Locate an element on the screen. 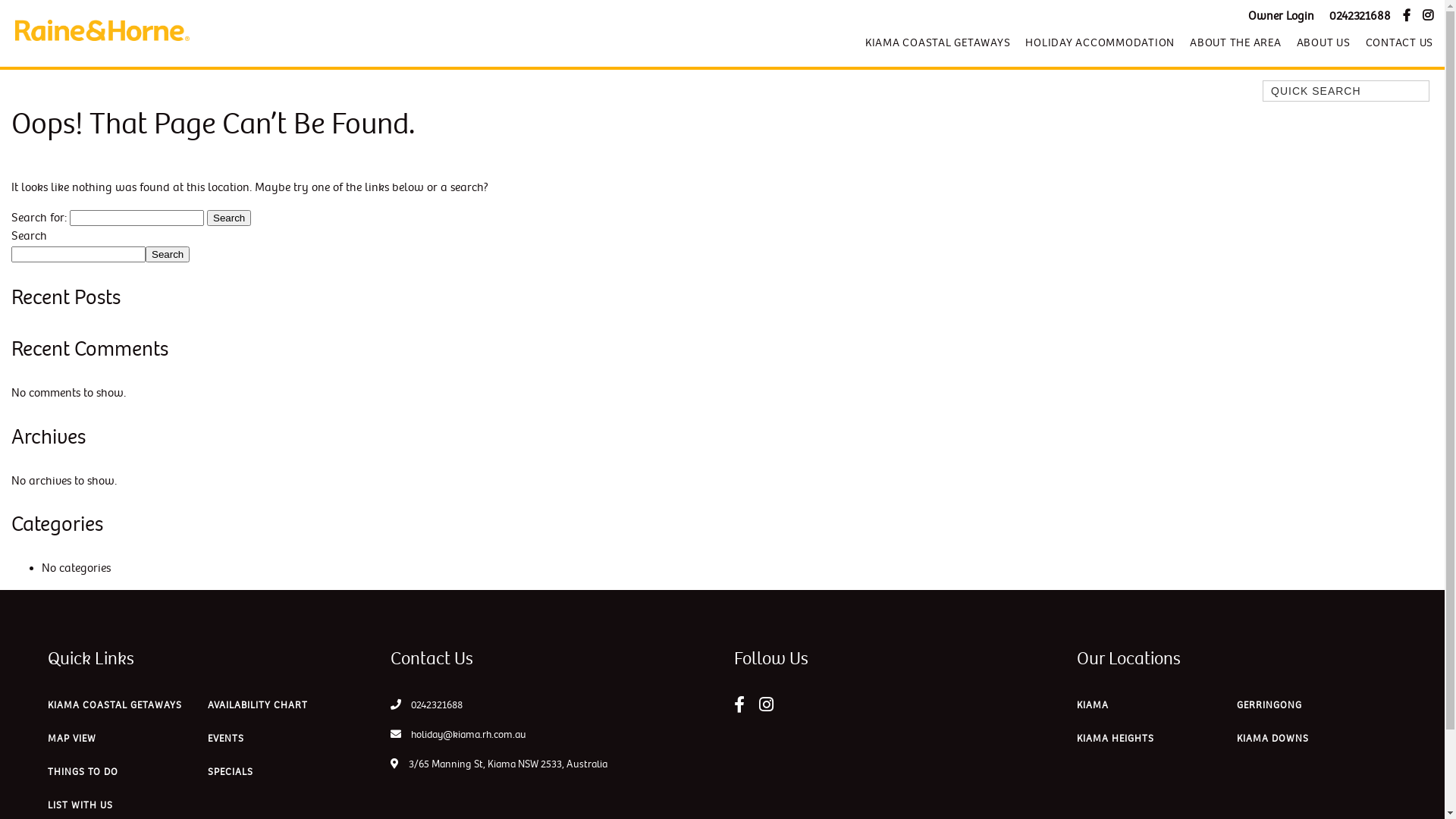 The width and height of the screenshot is (1456, 819). 'ABOUT US' is located at coordinates (1323, 42).